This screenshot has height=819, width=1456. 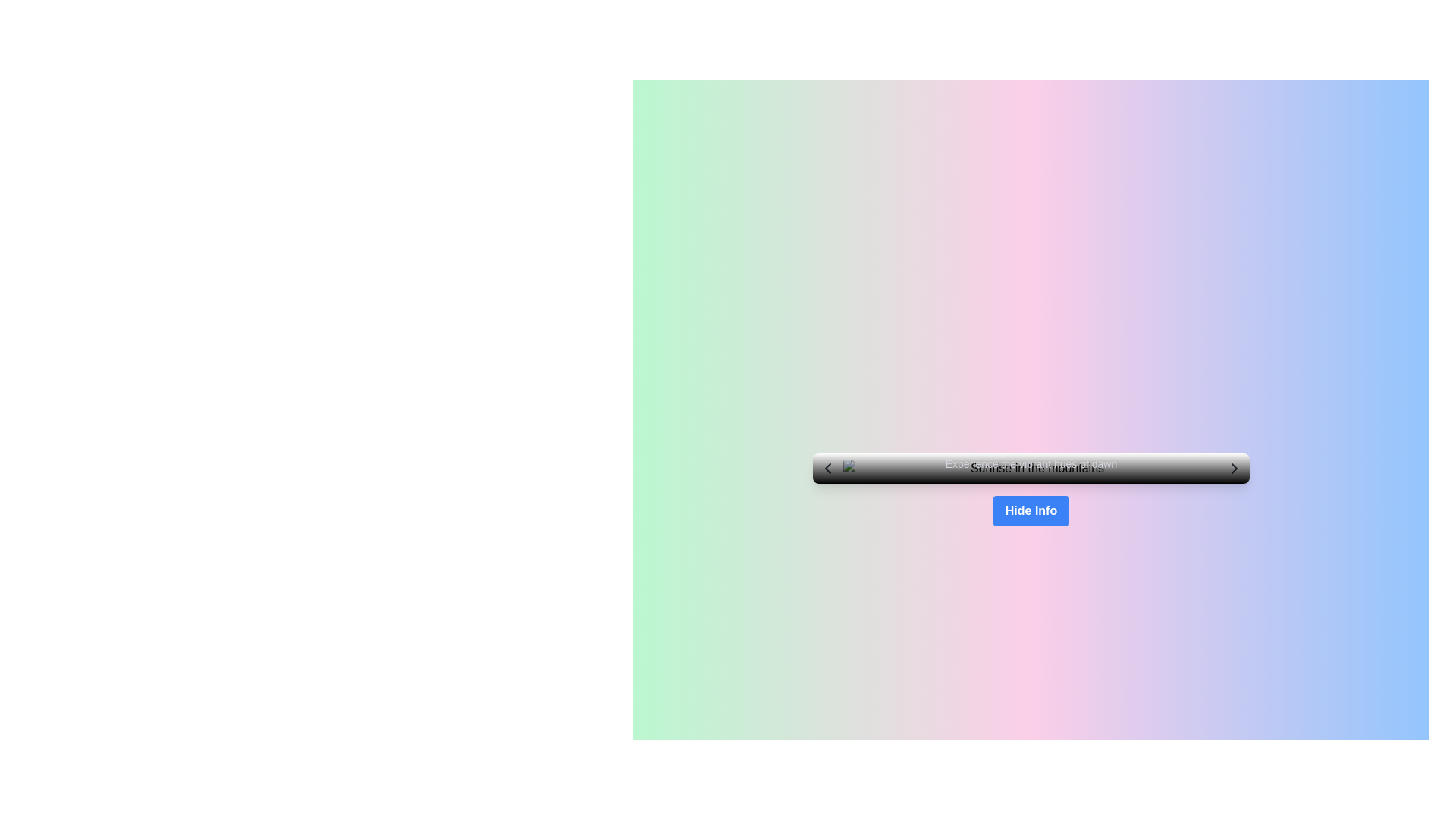 What do you see at coordinates (827, 467) in the screenshot?
I see `the left-facing chevron icon button styled with a simple outline and no fill` at bounding box center [827, 467].